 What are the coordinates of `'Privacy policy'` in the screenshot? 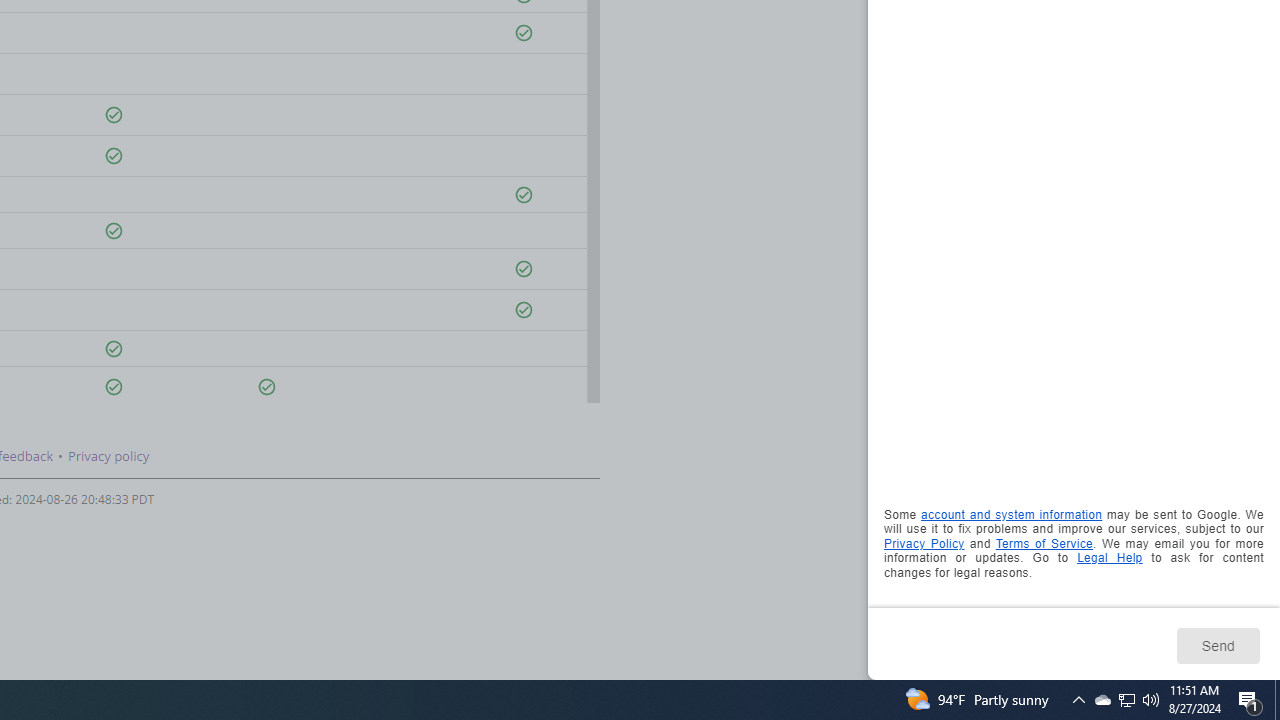 It's located at (107, 456).